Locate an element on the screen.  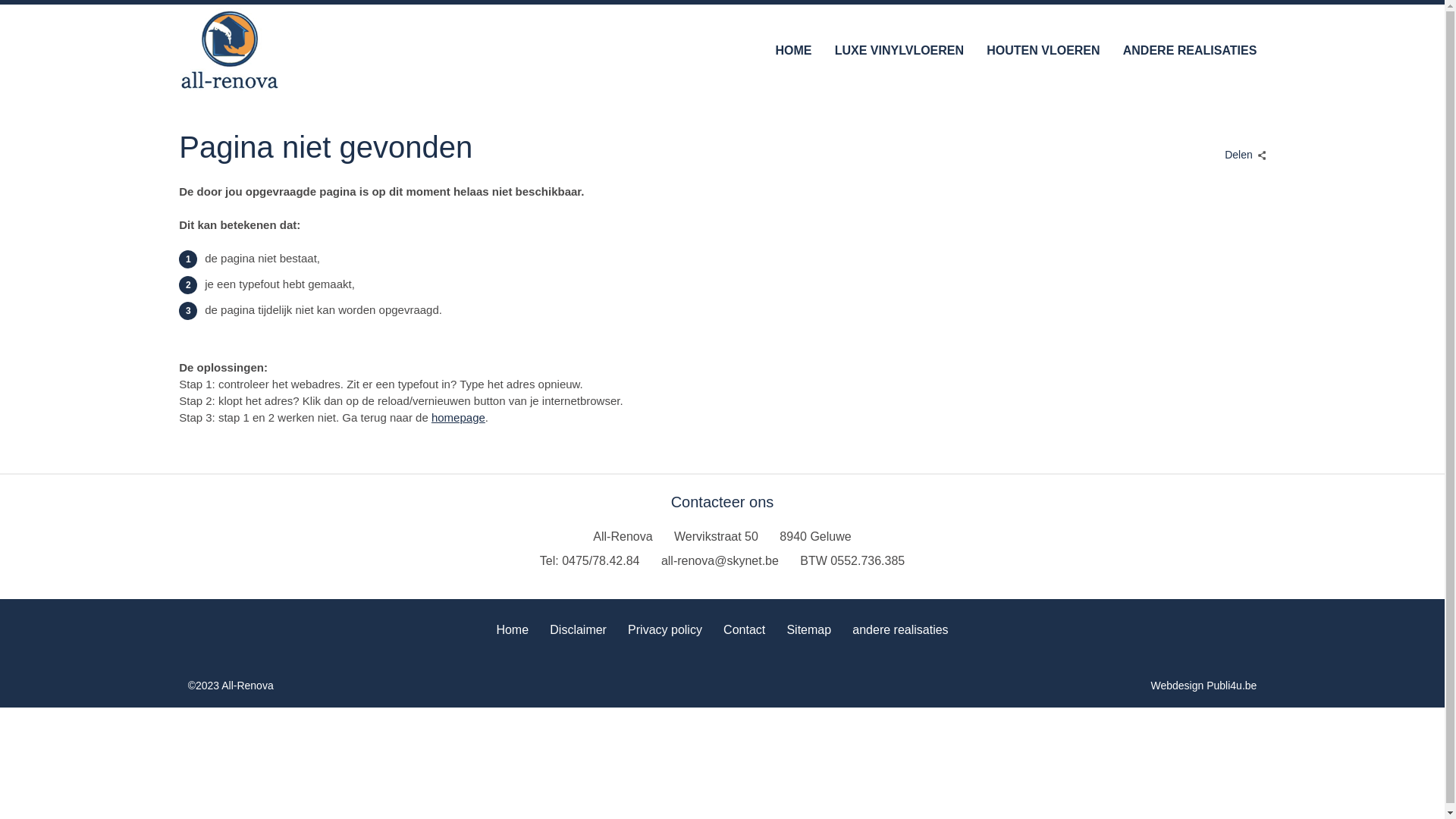
'HOME' is located at coordinates (792, 49).